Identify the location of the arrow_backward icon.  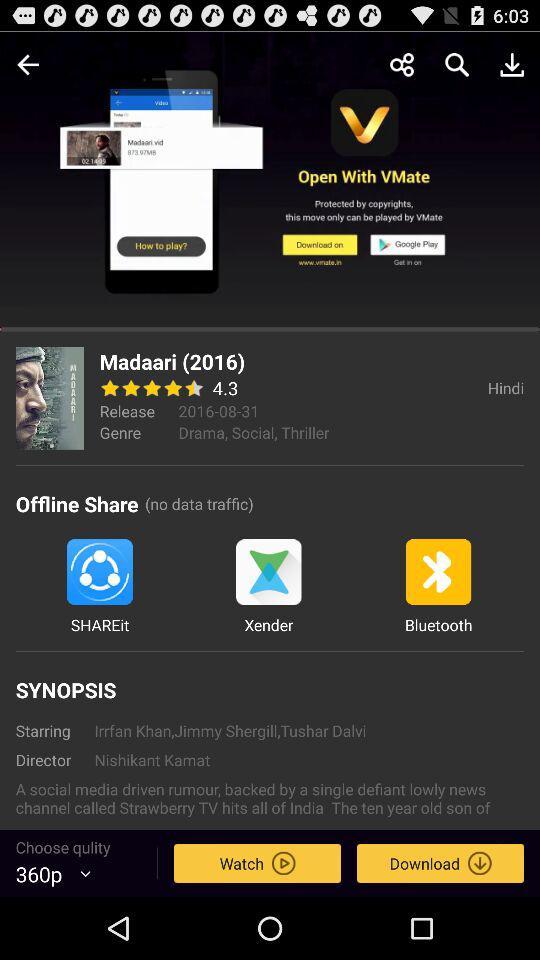
(26, 69).